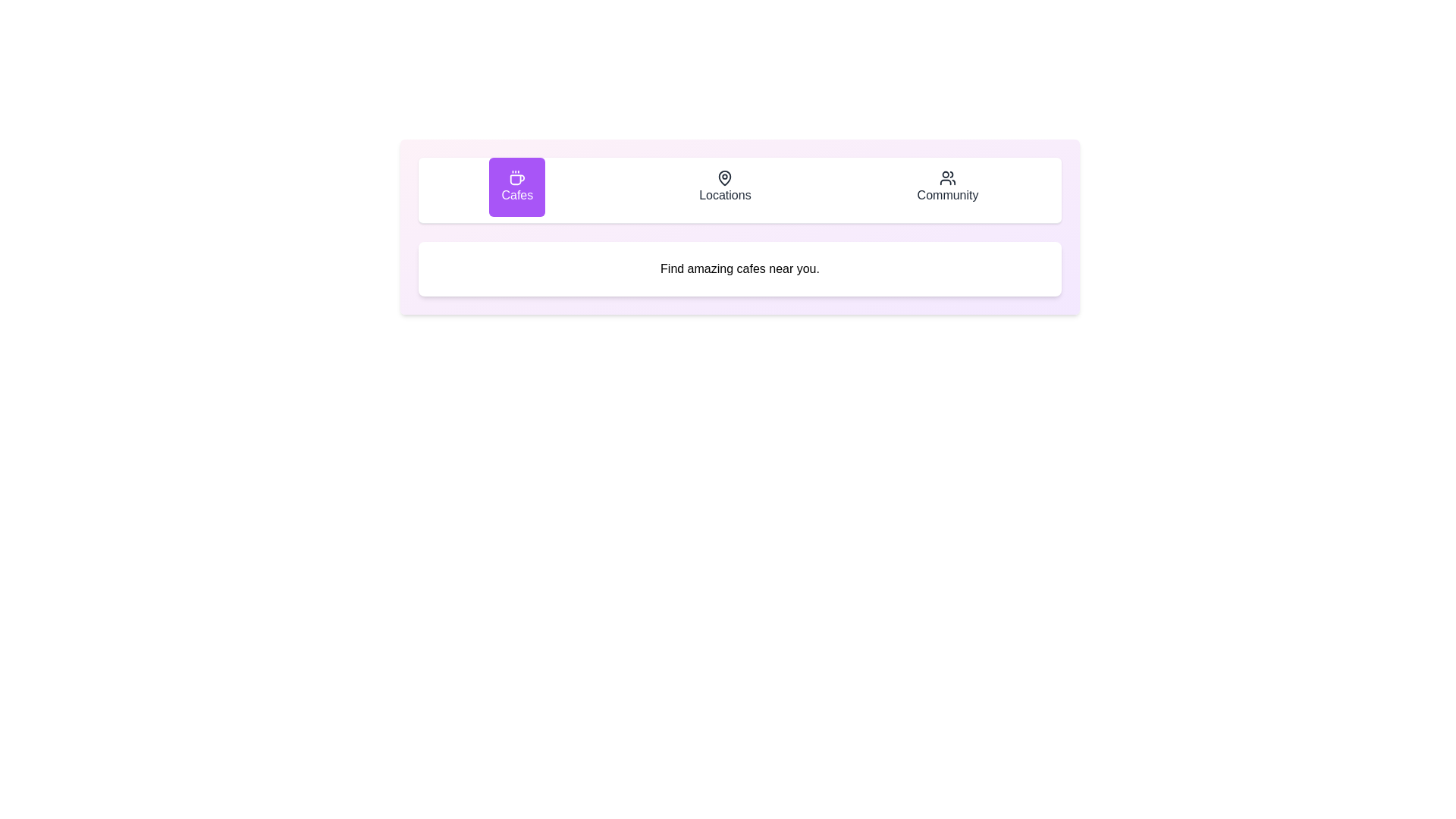  Describe the element at coordinates (517, 195) in the screenshot. I see `the text label reading 'Cafes' which is styled with a white font and positioned centrally within a purple button-like rectangle with rounded corners` at that location.